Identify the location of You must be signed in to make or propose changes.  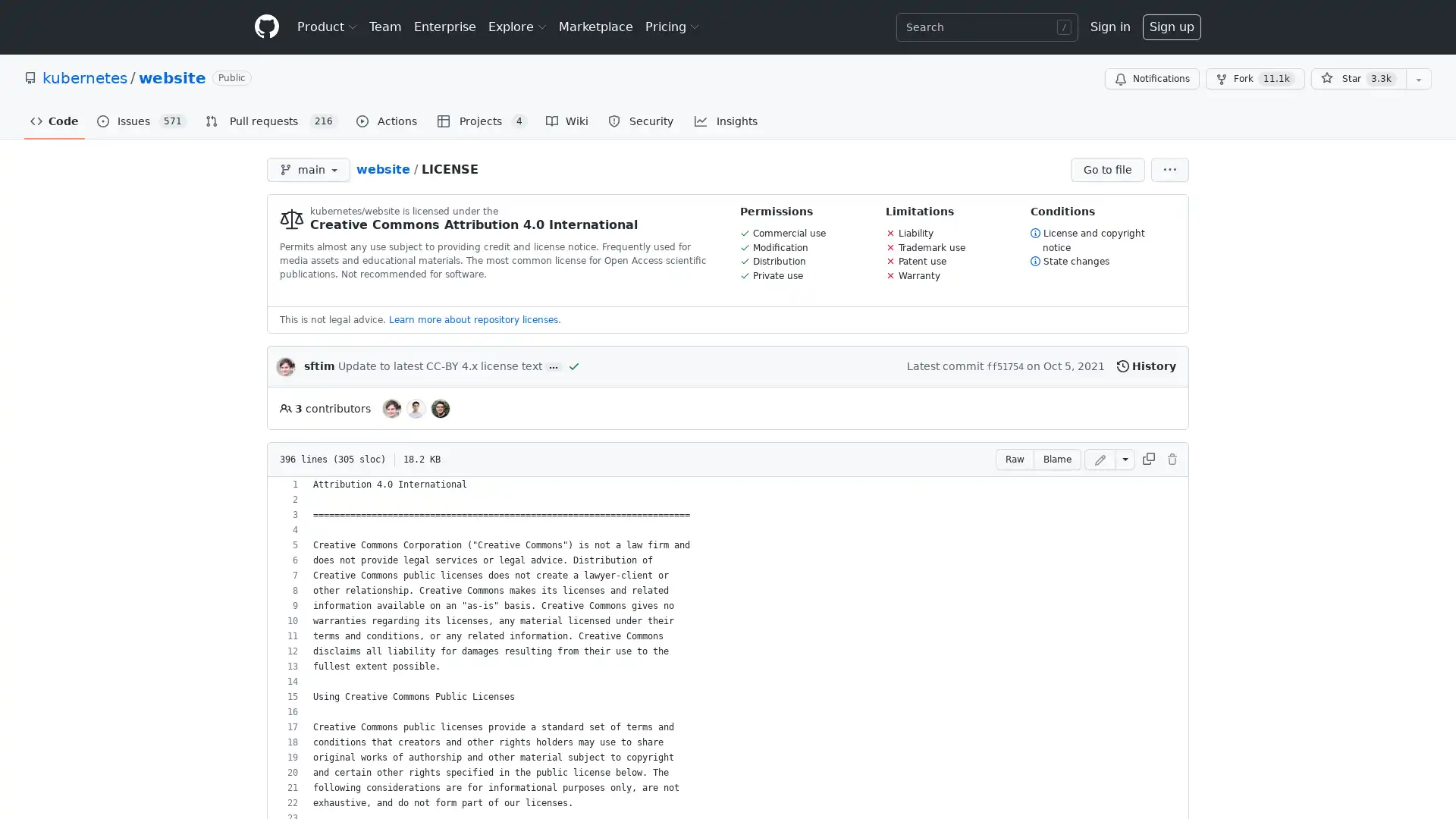
(1171, 458).